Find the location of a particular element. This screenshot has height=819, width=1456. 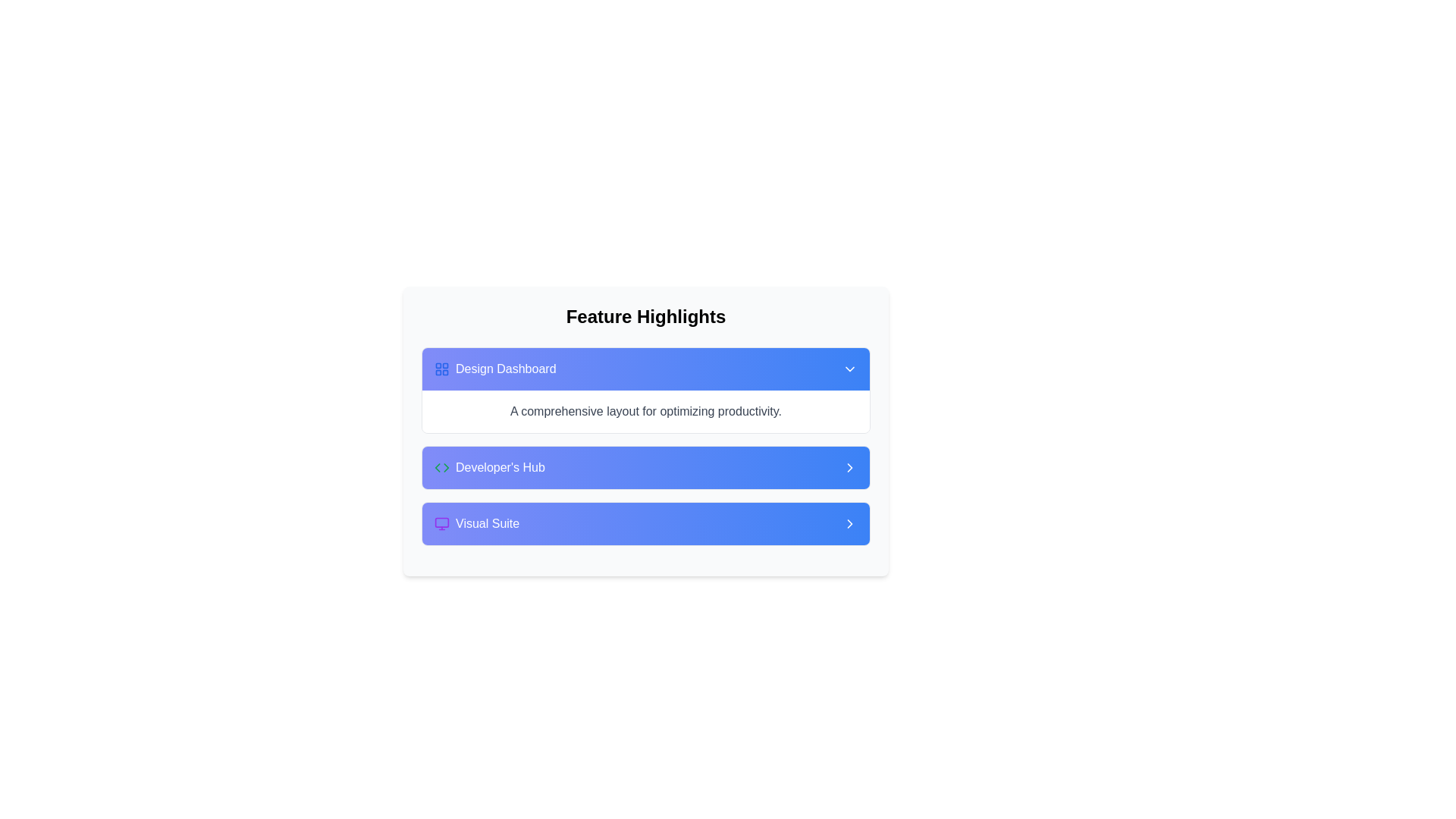

the Chevron icon located on the right side of the 'Developer's Hub' section is located at coordinates (850, 467).